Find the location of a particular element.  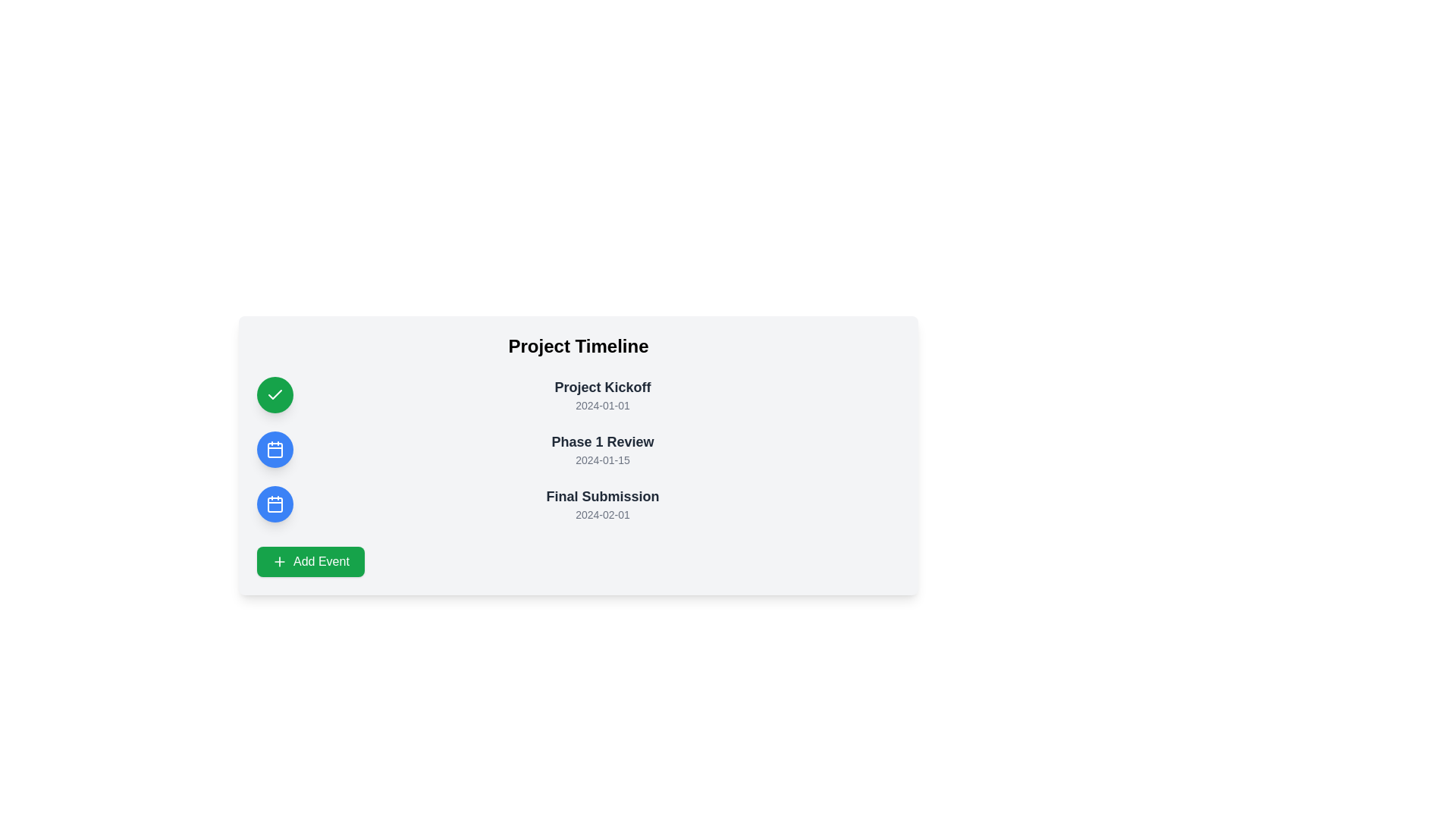

text content of the label 'Project Kickoff', which serves as the header for the event within the timeline is located at coordinates (602, 386).